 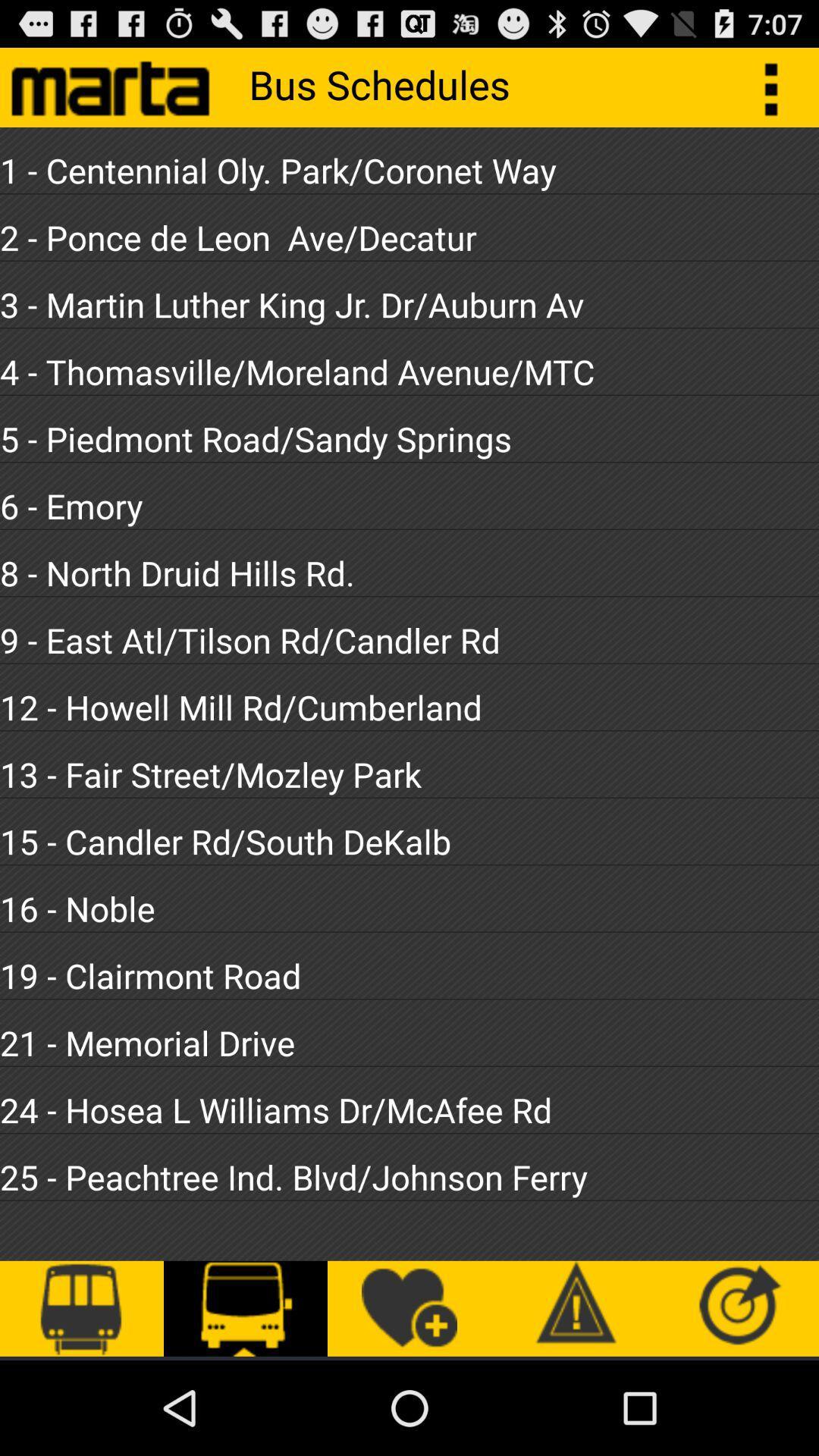 What do you see at coordinates (573, 1308) in the screenshot?
I see `the warining symbol icon` at bounding box center [573, 1308].